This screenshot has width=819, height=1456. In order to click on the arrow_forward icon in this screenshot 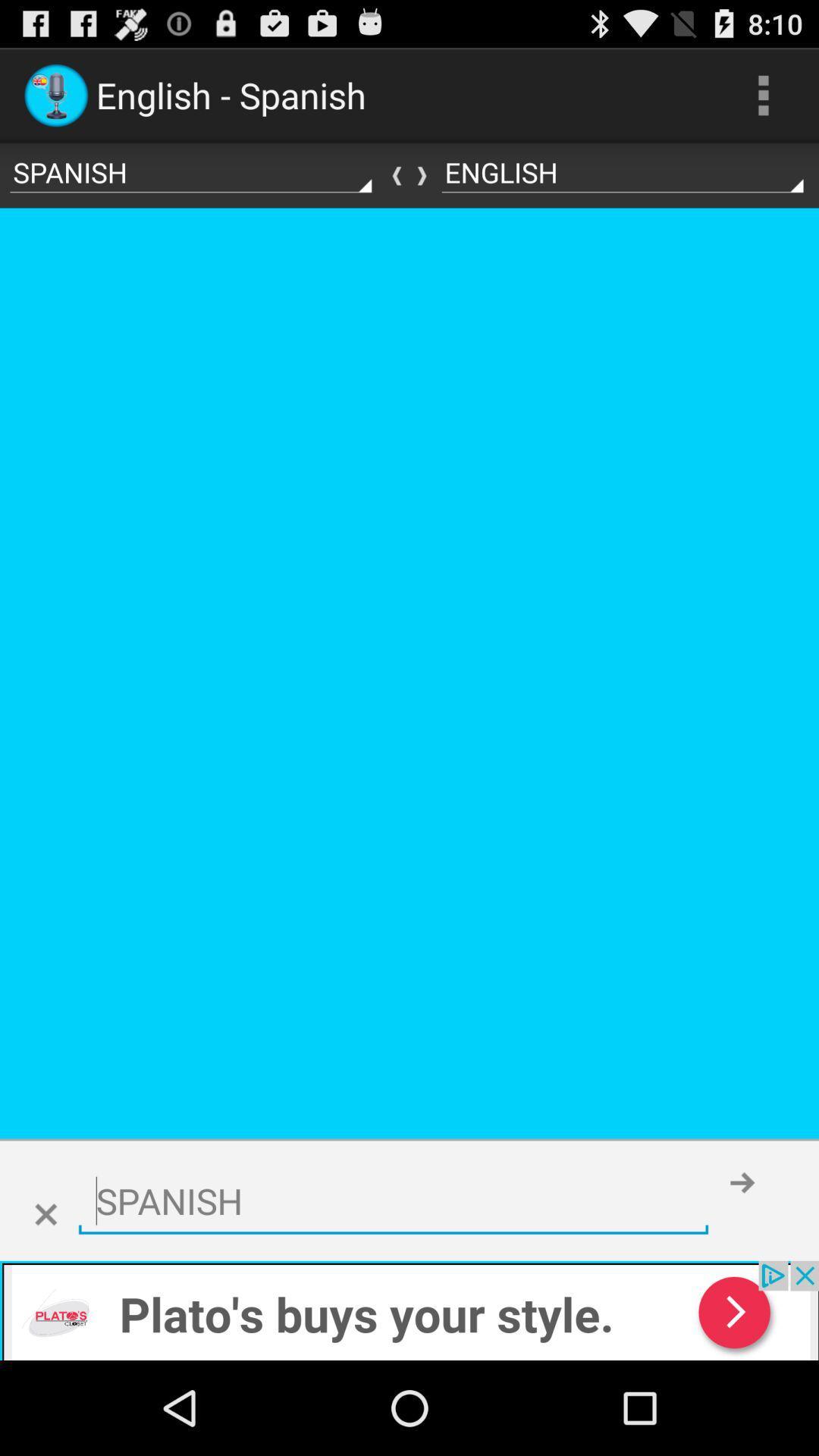, I will do `click(742, 1266)`.